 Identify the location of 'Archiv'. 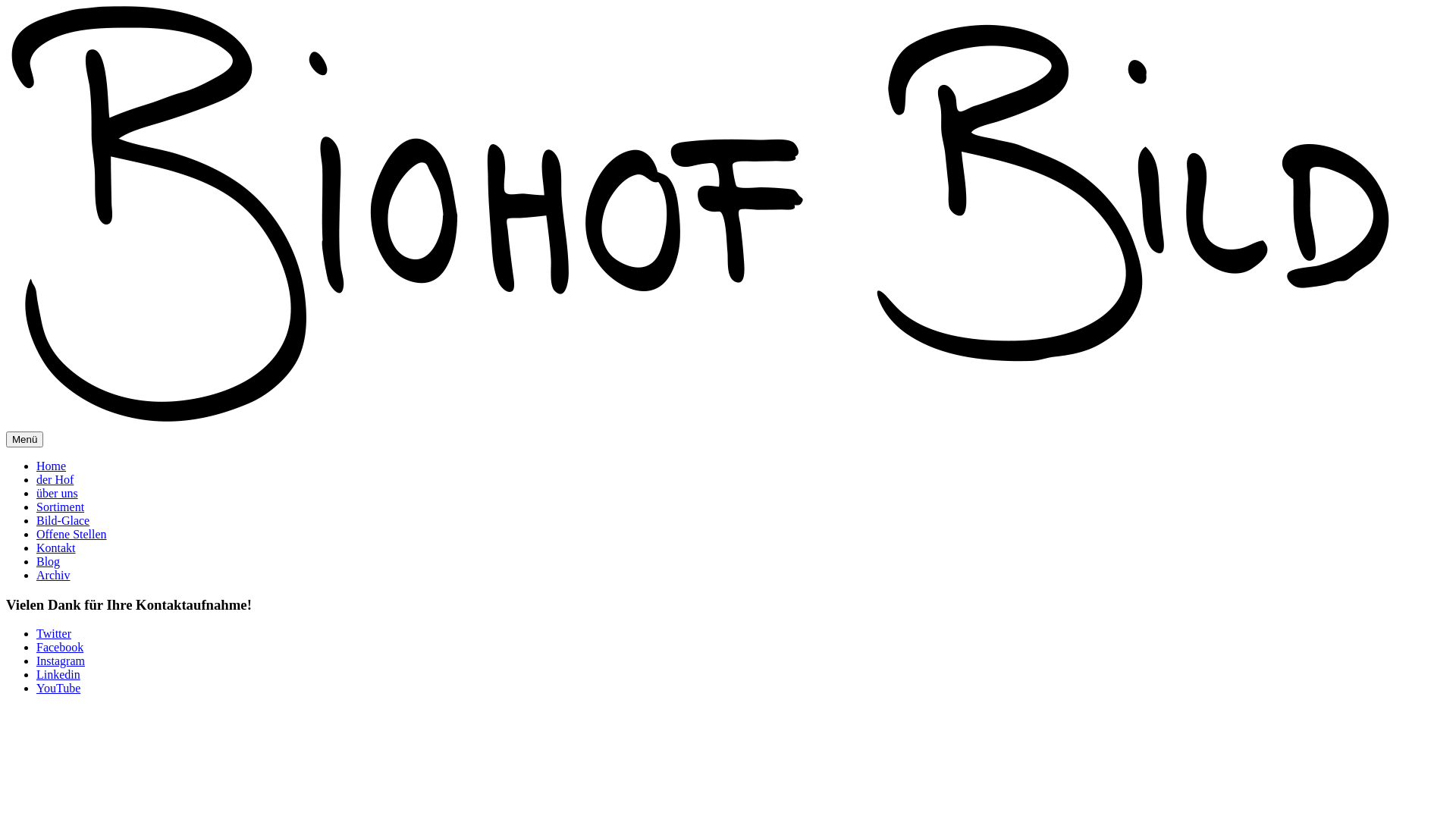
(53, 575).